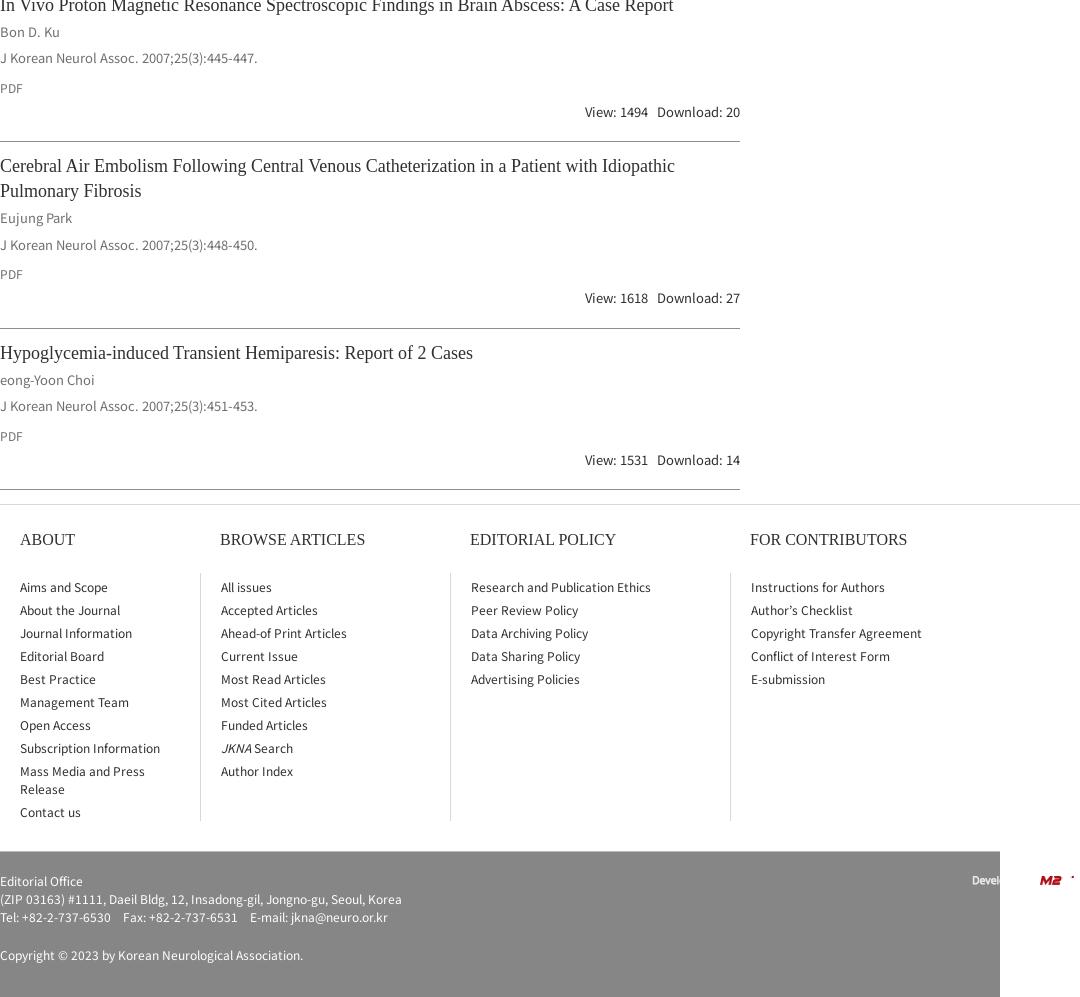  Describe the element at coordinates (19, 700) in the screenshot. I see `'Management Team'` at that location.